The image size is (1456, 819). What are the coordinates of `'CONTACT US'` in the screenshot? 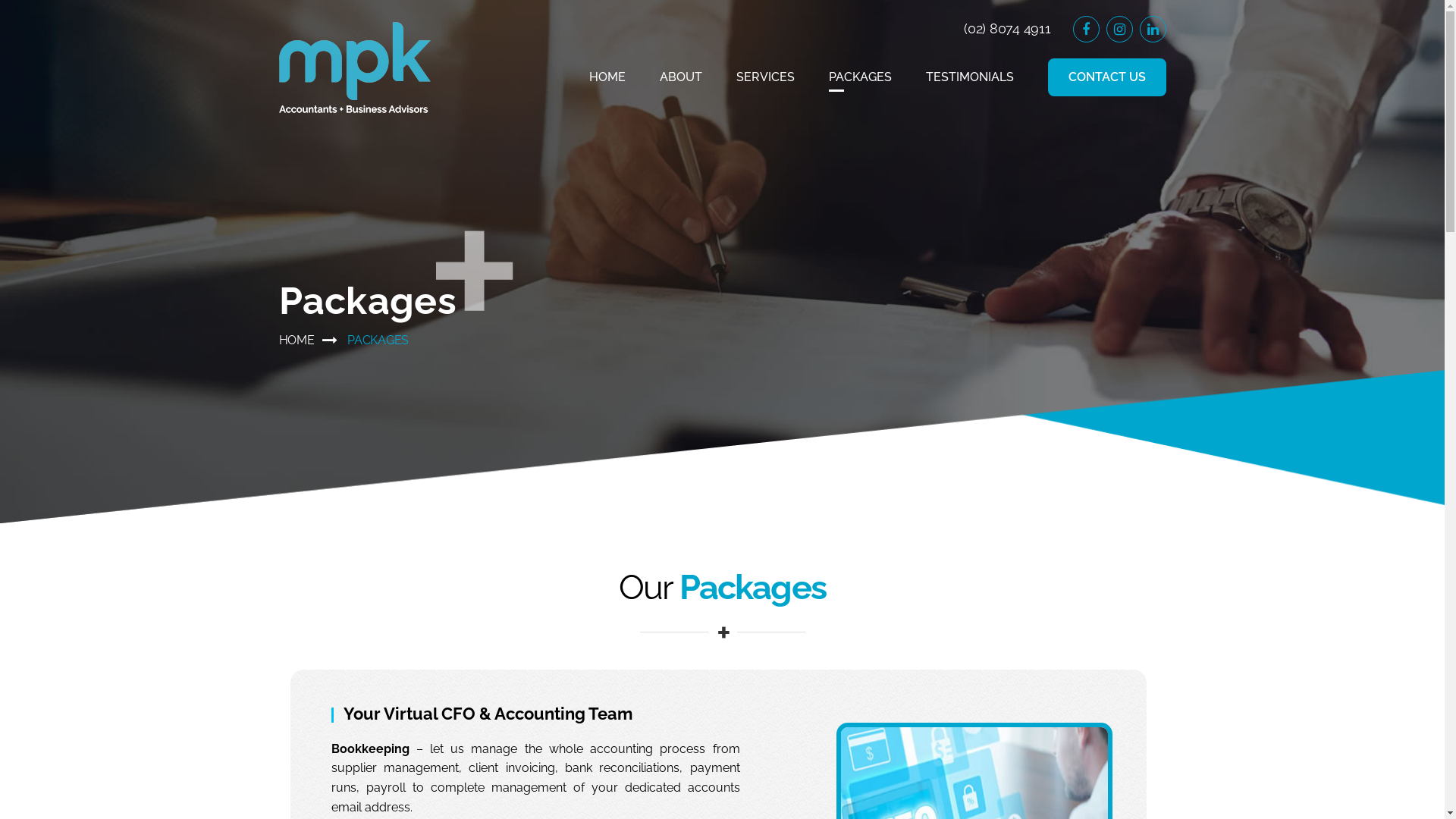 It's located at (1106, 77).